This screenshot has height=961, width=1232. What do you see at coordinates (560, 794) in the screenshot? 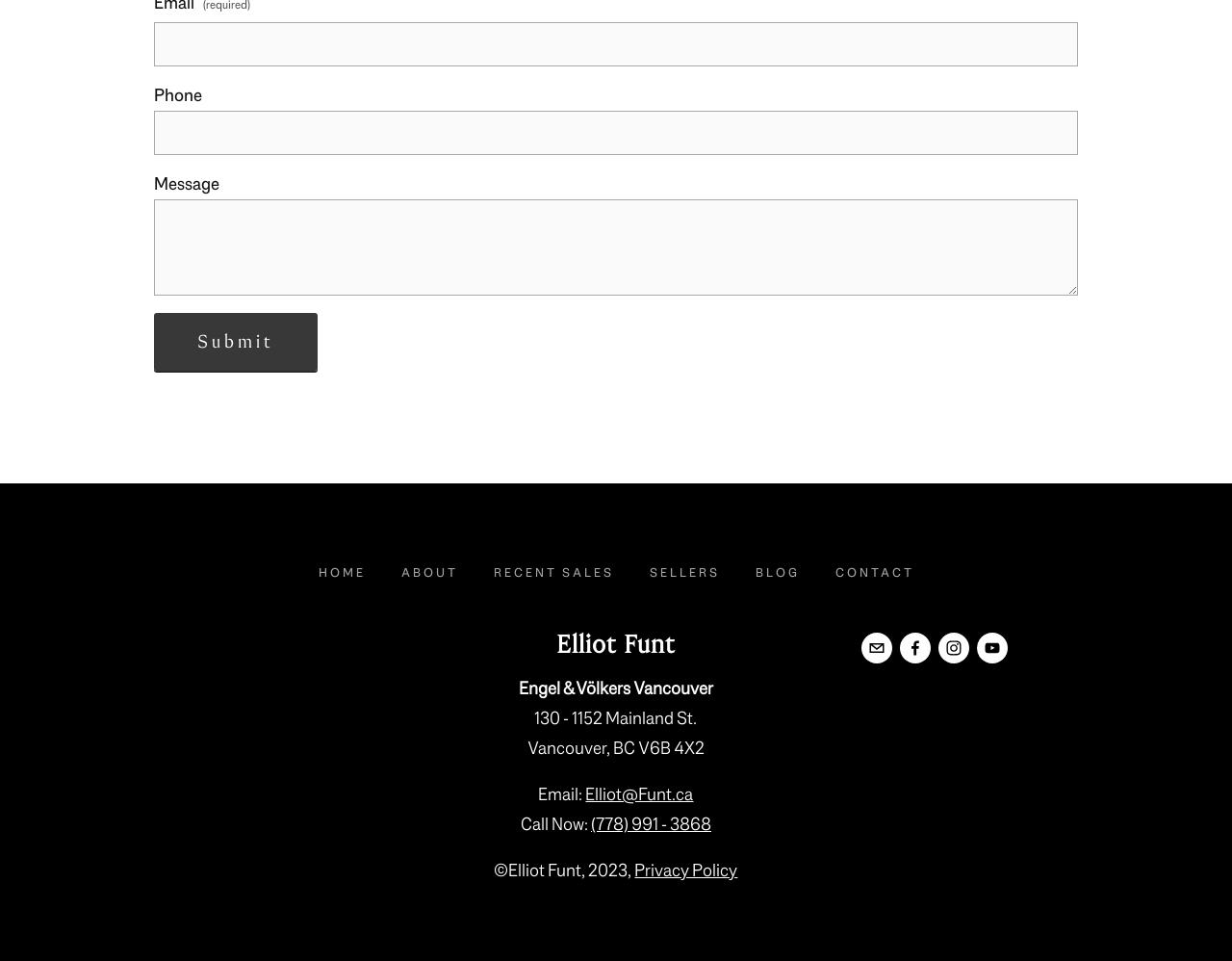
I see `'Email:'` at bounding box center [560, 794].